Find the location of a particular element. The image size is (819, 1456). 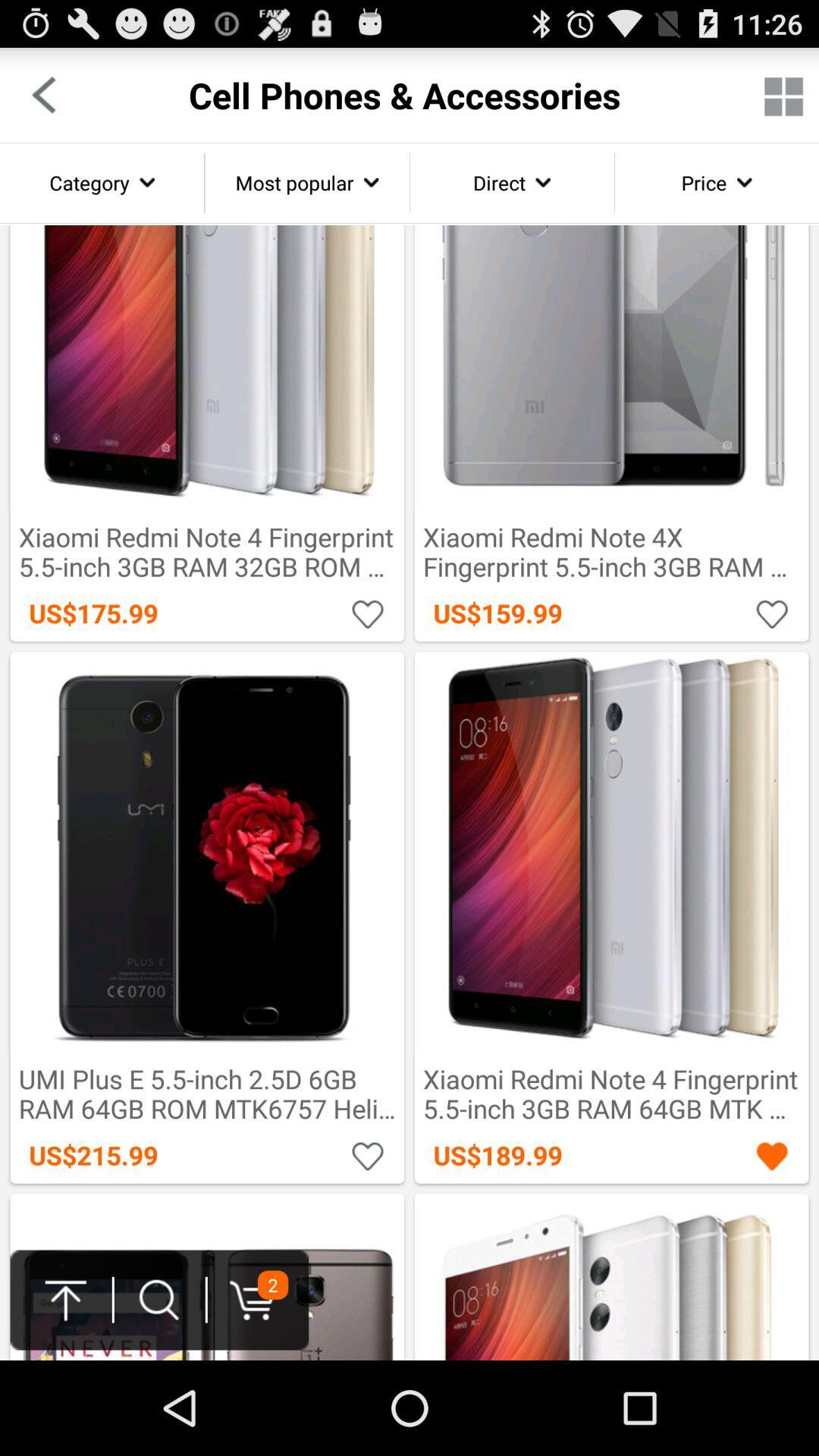

the dashboard icon is located at coordinates (783, 102).